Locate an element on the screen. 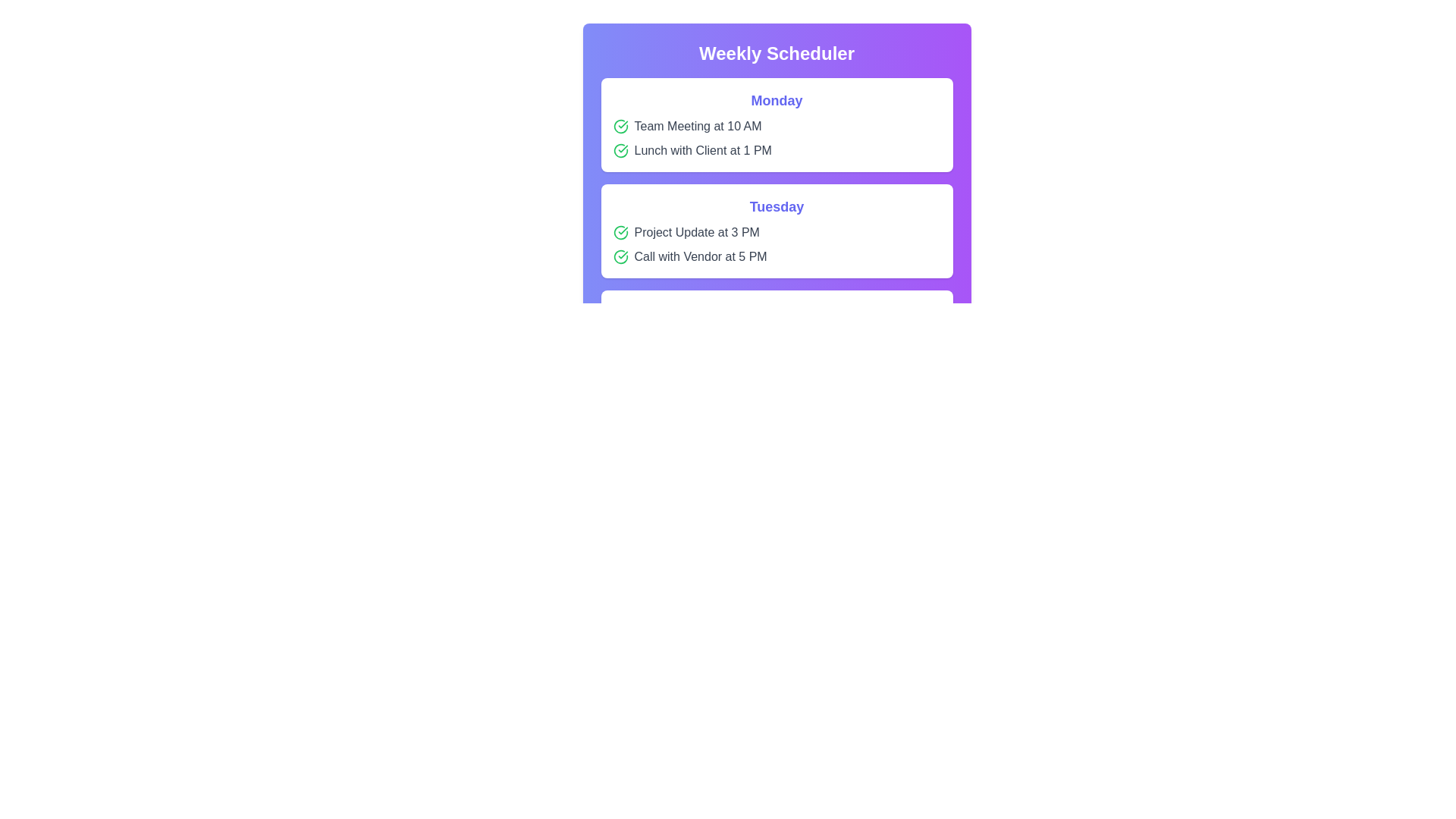 This screenshot has width=1456, height=819. the event item Call with Vendor at 5 PM to interact with it is located at coordinates (777, 256).